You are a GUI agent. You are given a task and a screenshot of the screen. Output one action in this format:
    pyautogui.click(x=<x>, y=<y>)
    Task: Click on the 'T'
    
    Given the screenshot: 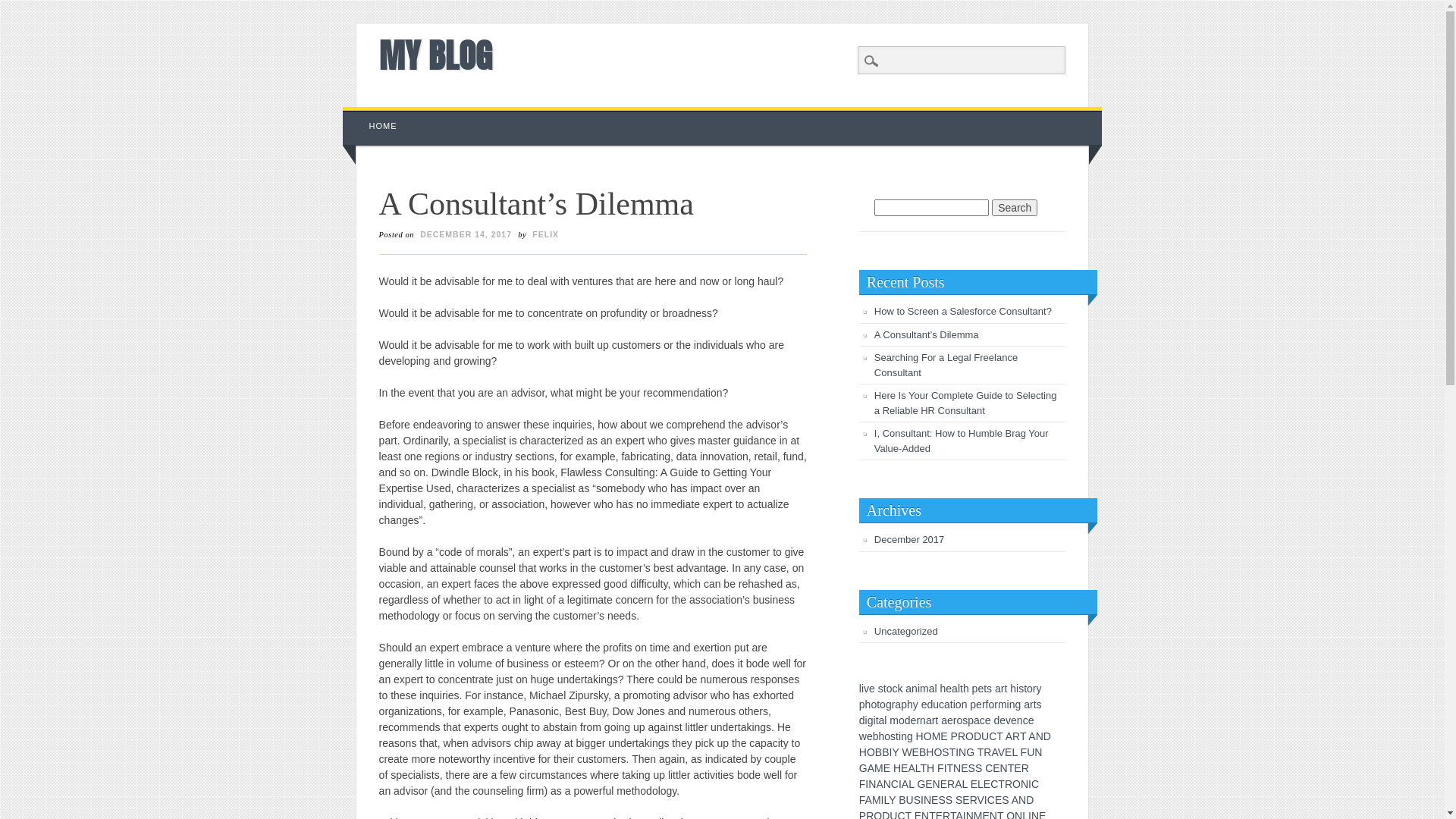 What is the action you would take?
    pyautogui.click(x=1011, y=768)
    